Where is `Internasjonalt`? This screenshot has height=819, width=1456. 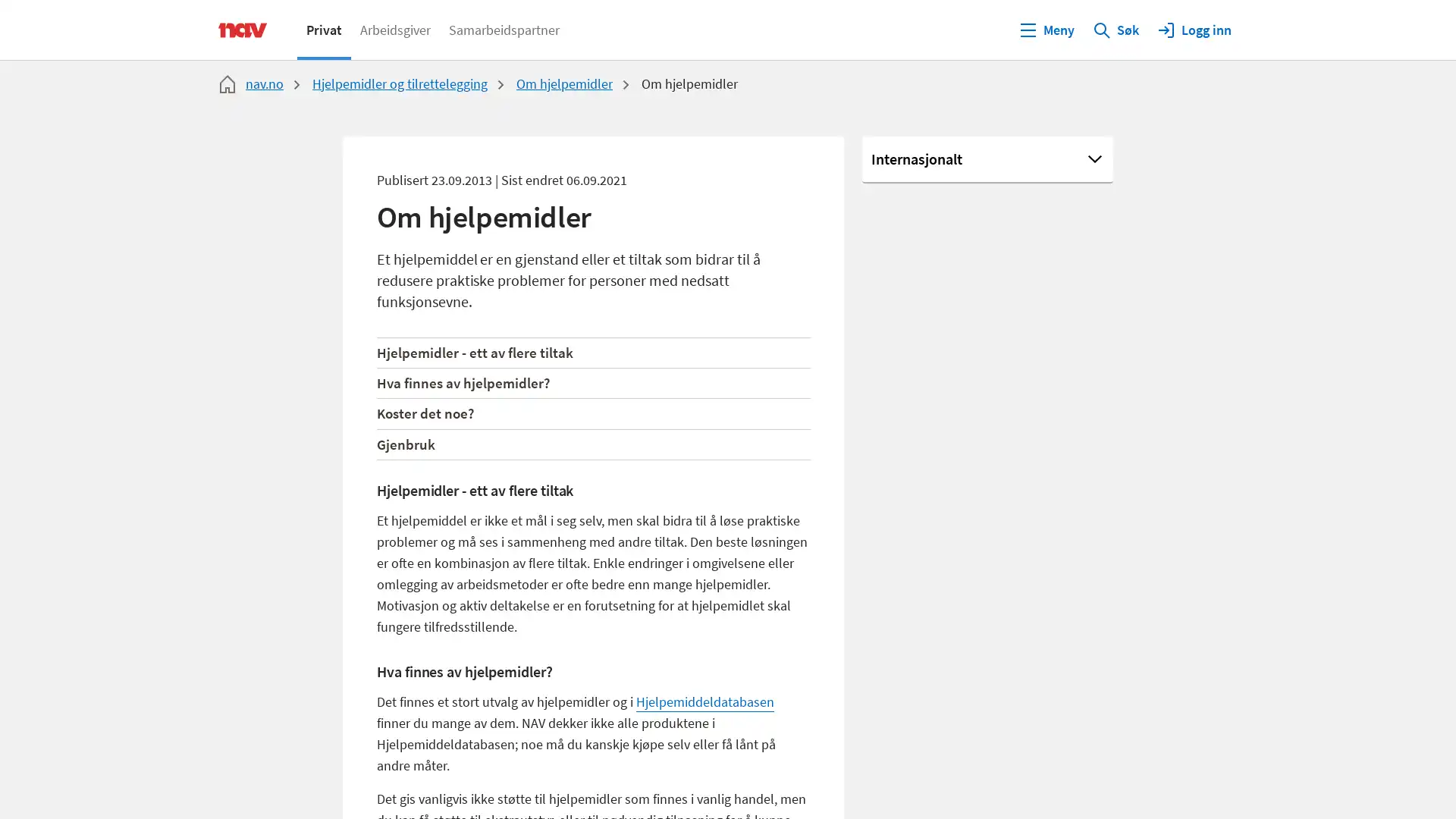
Internasjonalt is located at coordinates (987, 160).